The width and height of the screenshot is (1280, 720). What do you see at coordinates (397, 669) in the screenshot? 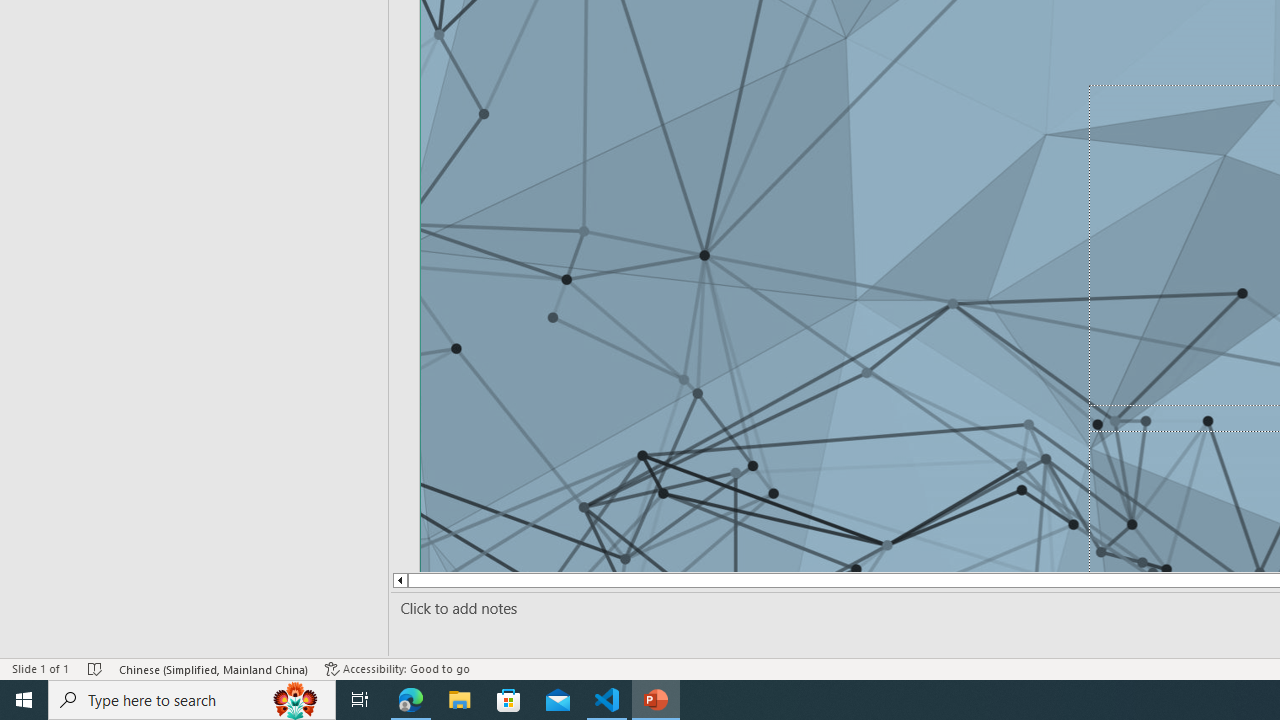
I see `'Accessibility Checker Accessibility: Good to go'` at bounding box center [397, 669].